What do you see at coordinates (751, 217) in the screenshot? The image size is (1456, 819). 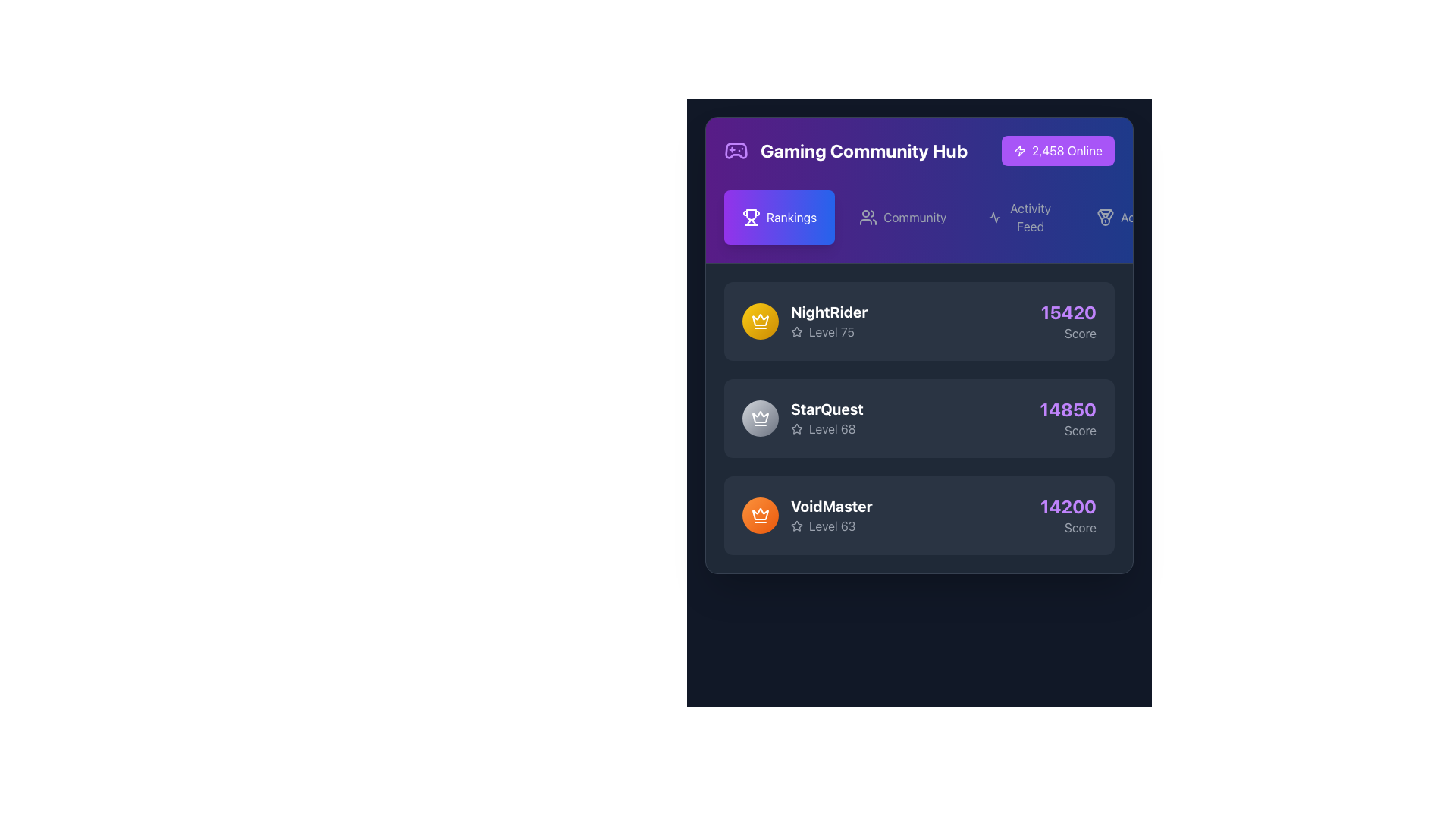 I see `the 'Rankings' icon located in the upper-left of the 'Gaming Community Hub' interface to identify its associated menu item` at bounding box center [751, 217].